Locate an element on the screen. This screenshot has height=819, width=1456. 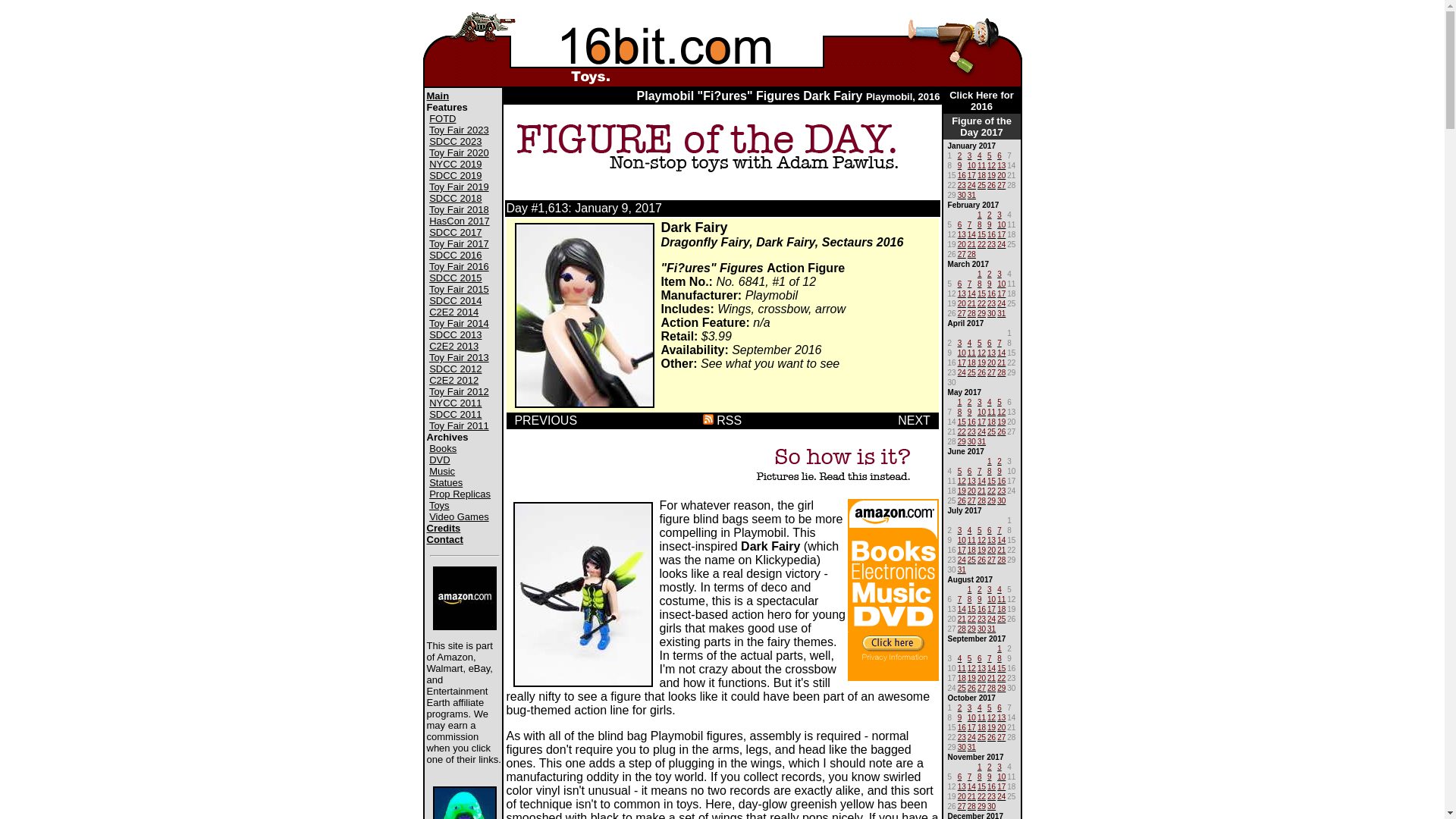
'3' is located at coordinates (997, 213).